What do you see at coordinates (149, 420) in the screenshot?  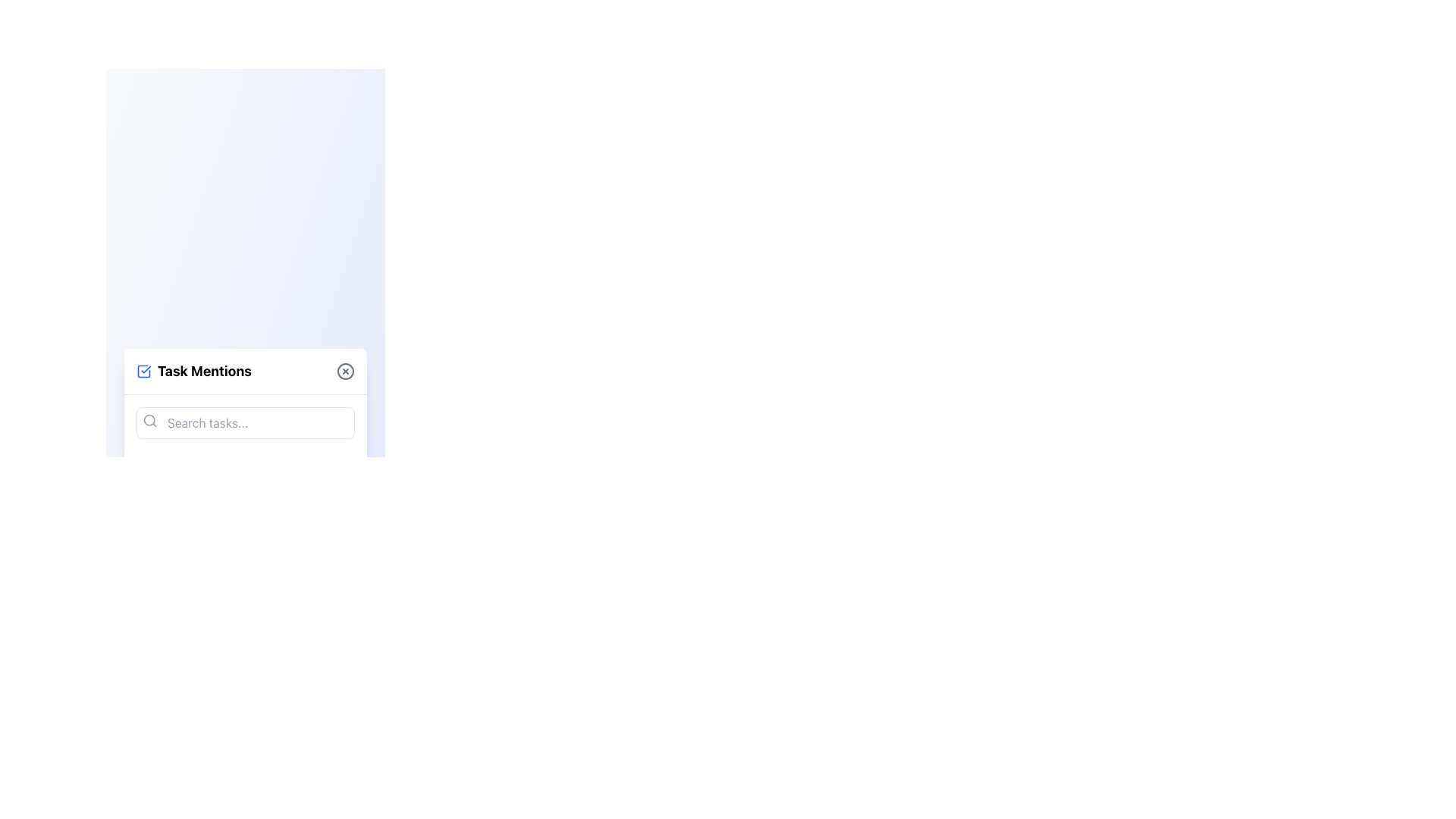 I see `the graphical search button located at the top-left corner of the search input field` at bounding box center [149, 420].